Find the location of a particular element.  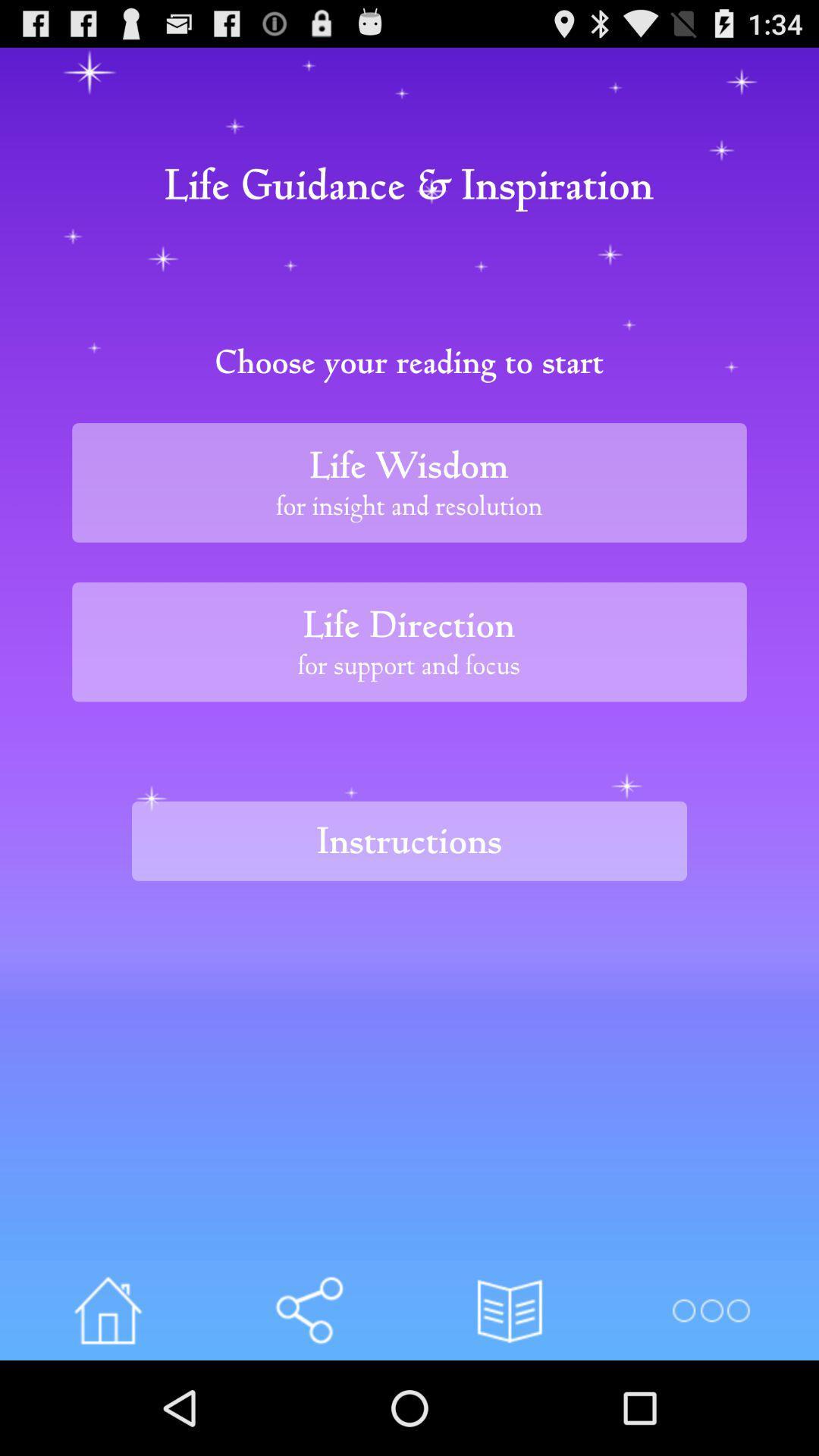

the more icon is located at coordinates (711, 1401).